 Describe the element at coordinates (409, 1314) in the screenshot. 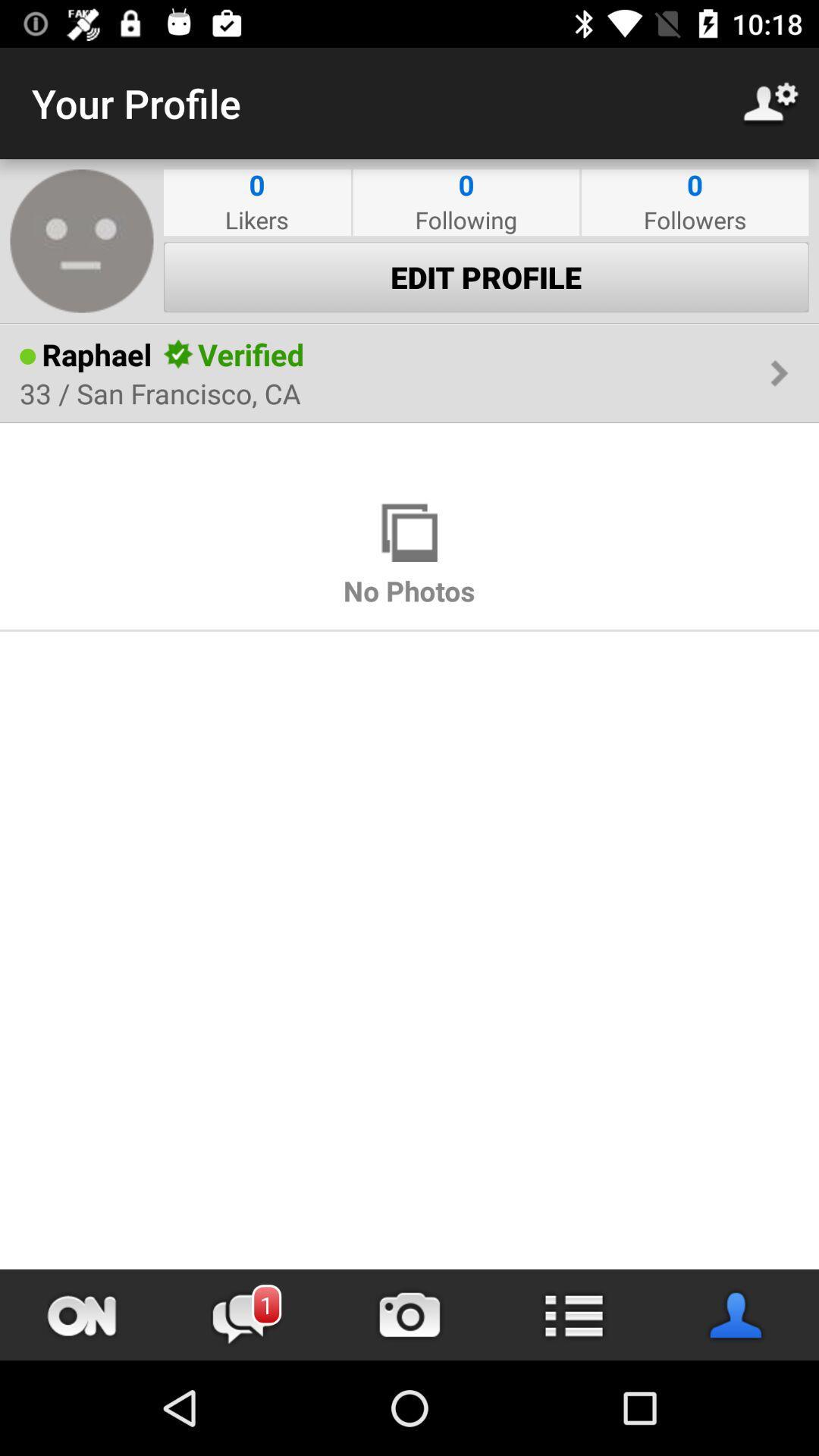

I see `take a picture` at that location.